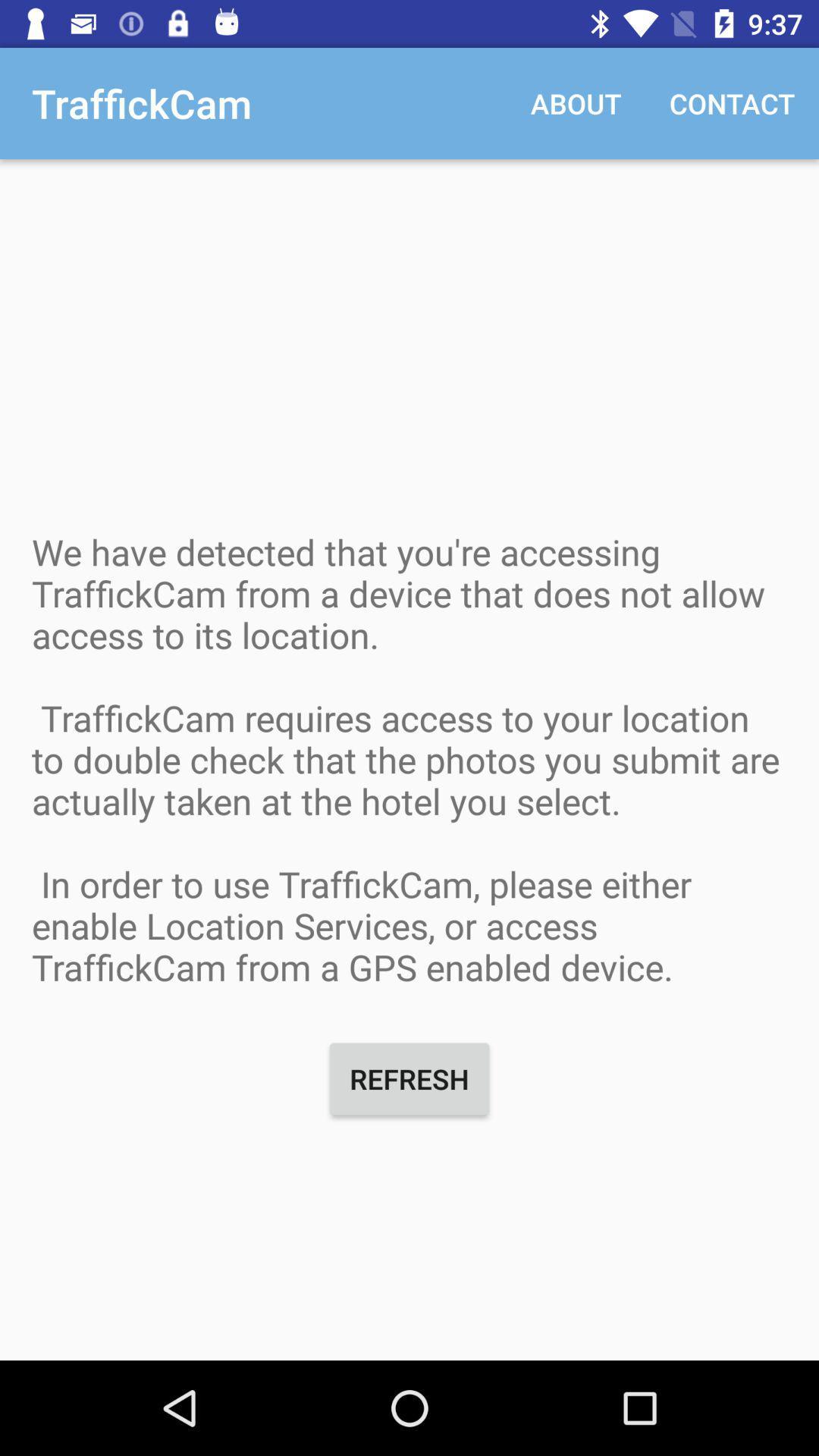  What do you see at coordinates (576, 102) in the screenshot?
I see `the app next to traffickcam icon` at bounding box center [576, 102].